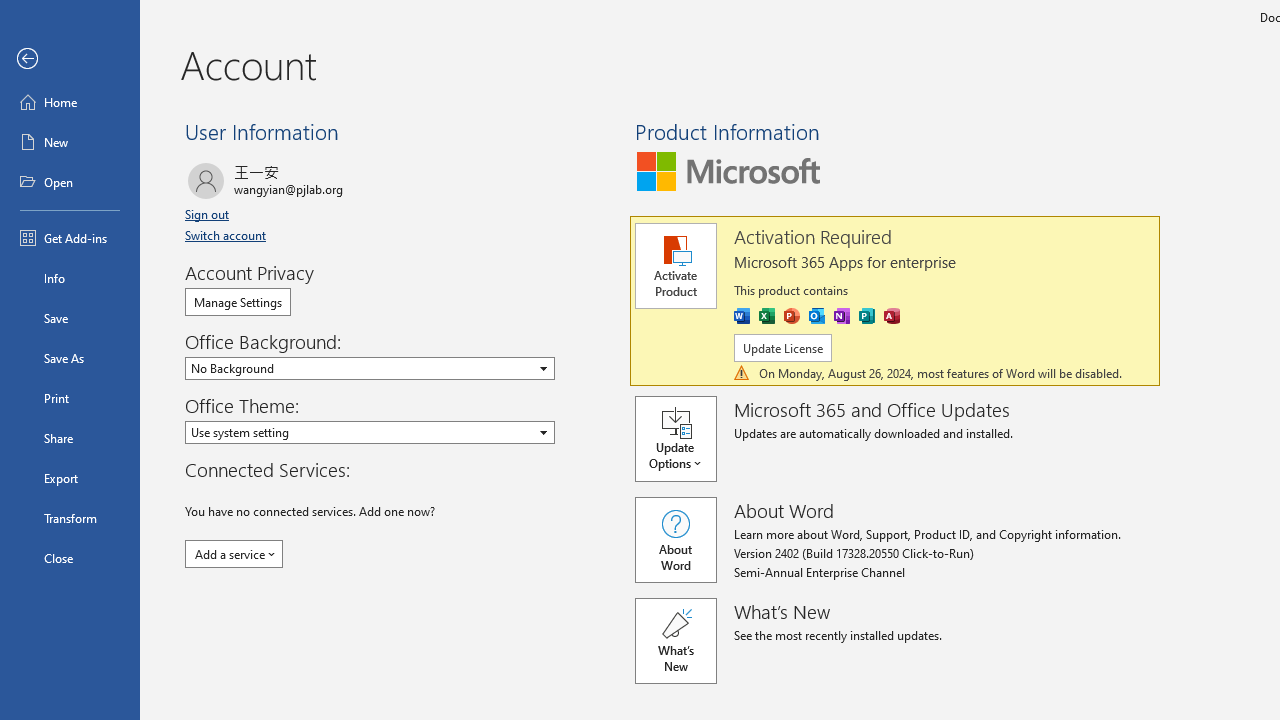  What do you see at coordinates (69, 58) in the screenshot?
I see `'Back'` at bounding box center [69, 58].